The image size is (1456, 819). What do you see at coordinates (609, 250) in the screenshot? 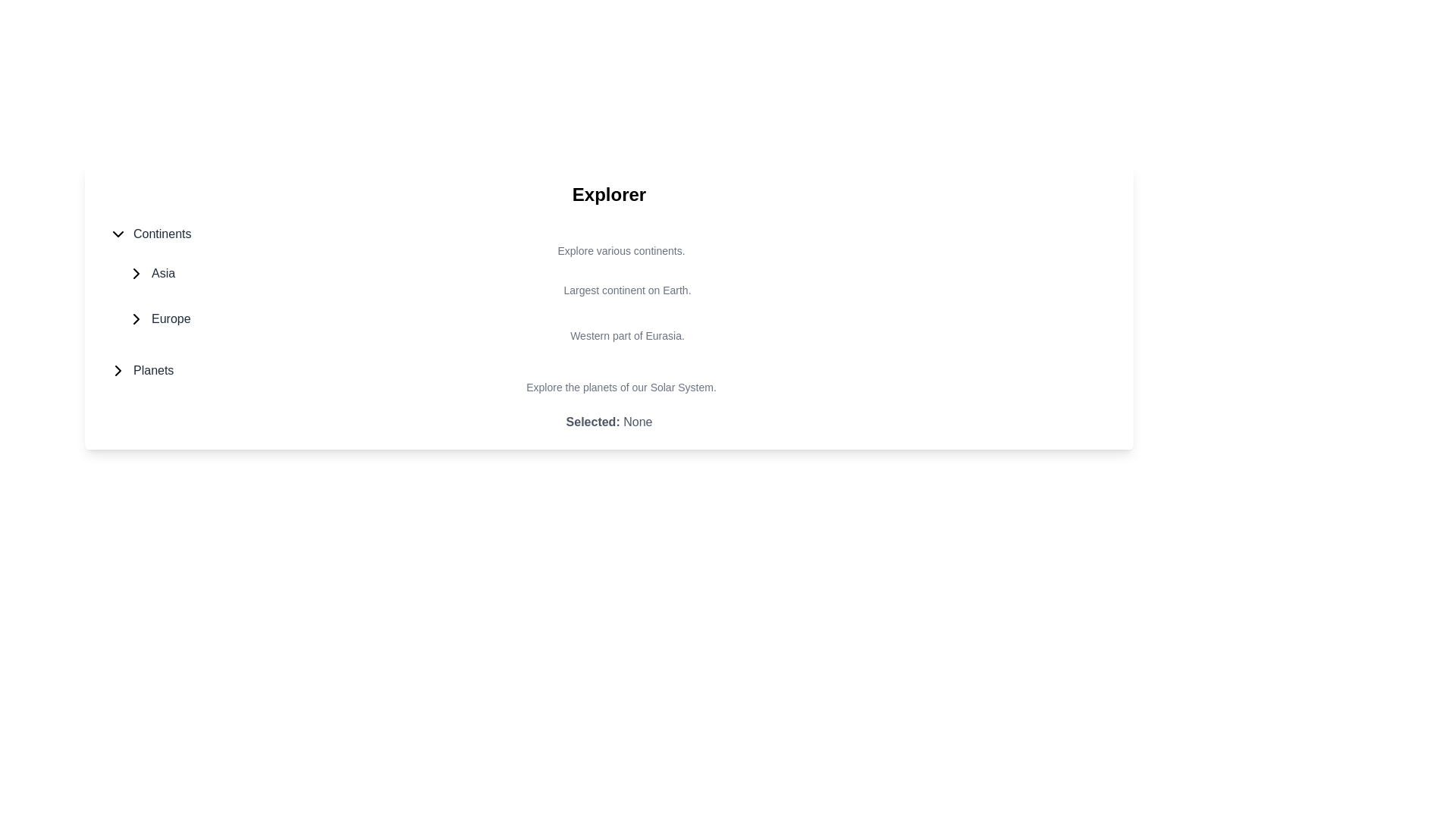
I see `the static text element that provides context for the 'Continents' section, located directly below the title text 'Continents'` at bounding box center [609, 250].